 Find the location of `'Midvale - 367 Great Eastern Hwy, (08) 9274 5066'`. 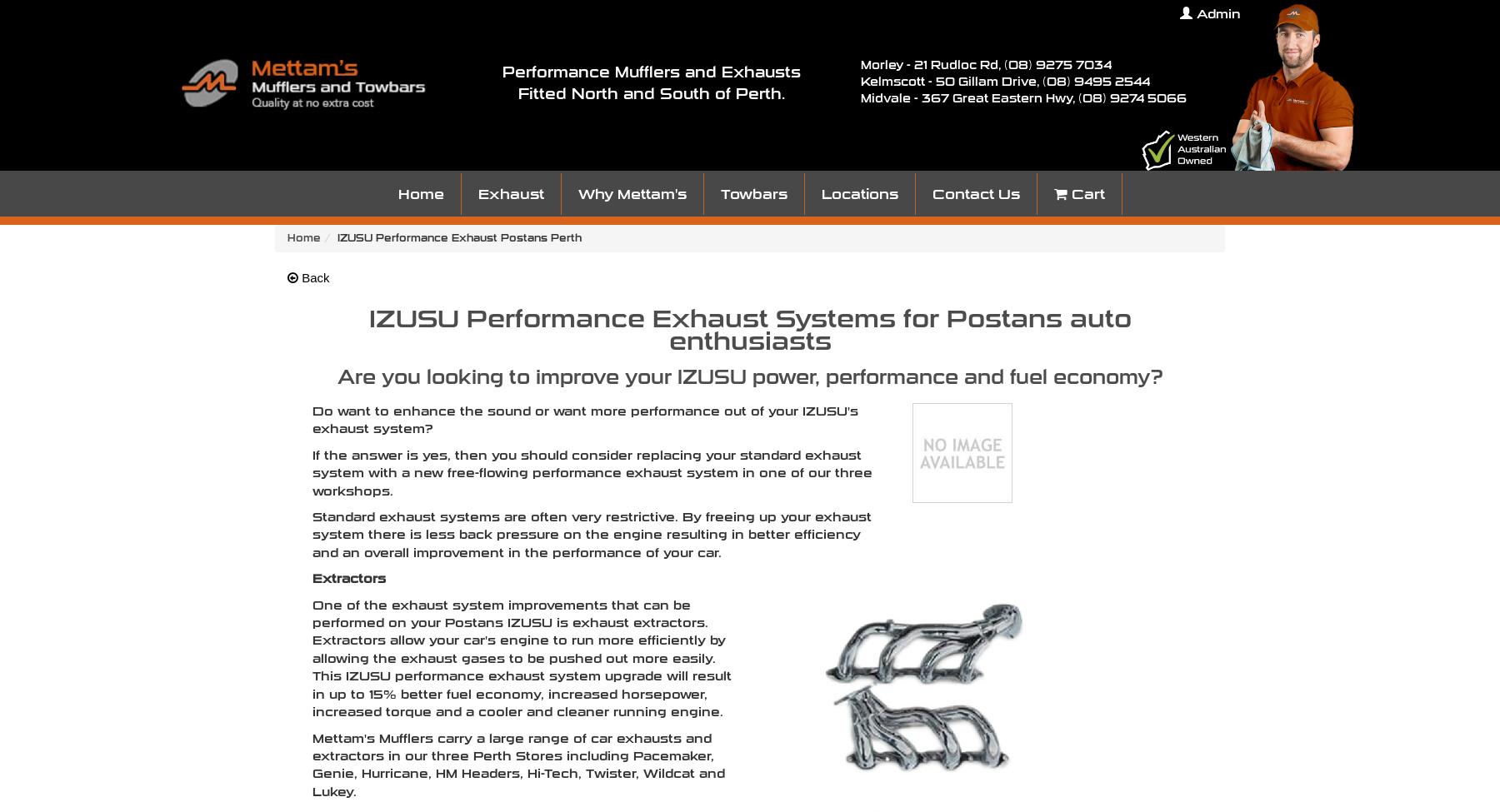

'Midvale - 367 Great Eastern Hwy, (08) 9274 5066' is located at coordinates (861, 97).